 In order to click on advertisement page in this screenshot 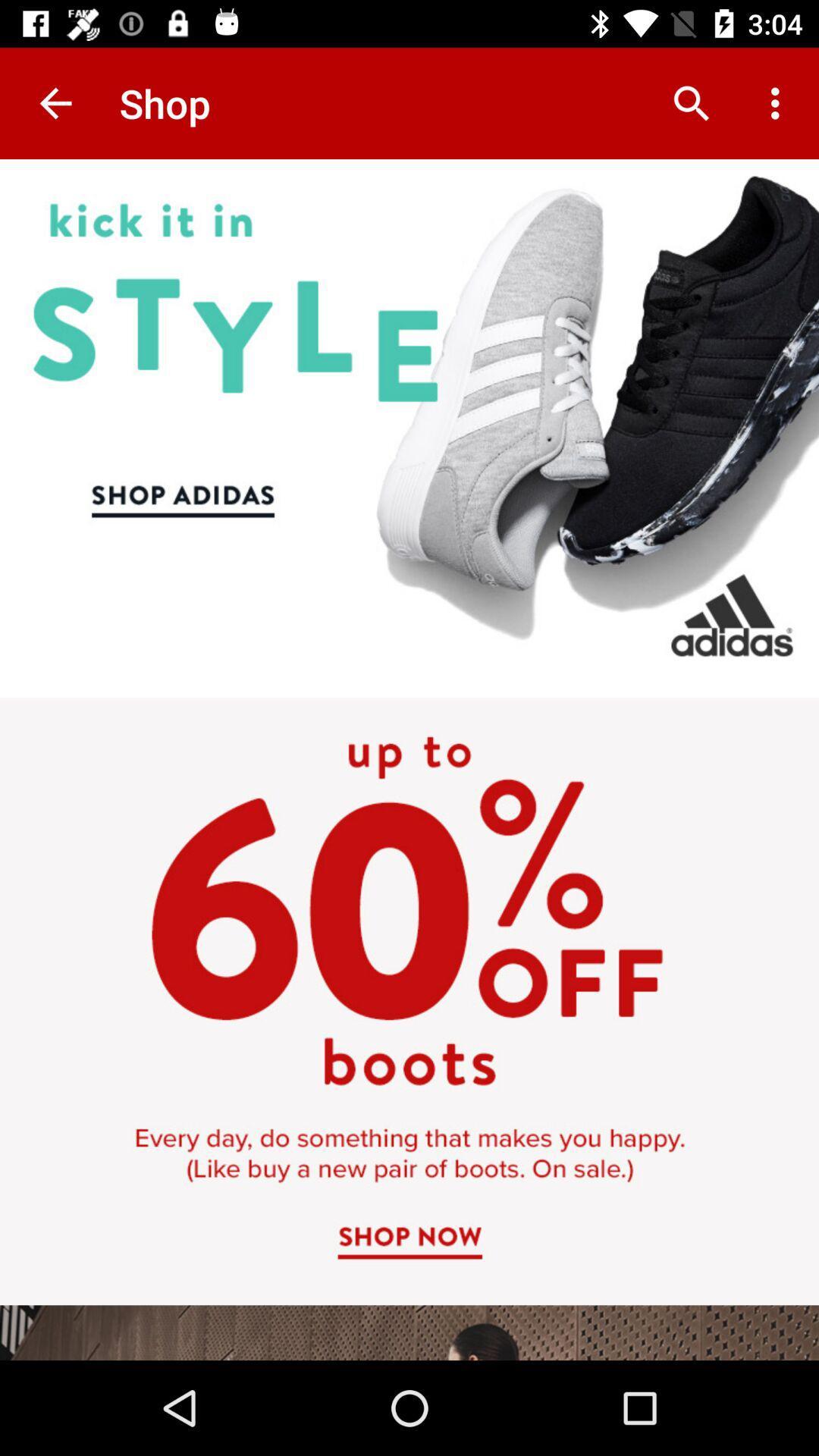, I will do `click(409, 760)`.